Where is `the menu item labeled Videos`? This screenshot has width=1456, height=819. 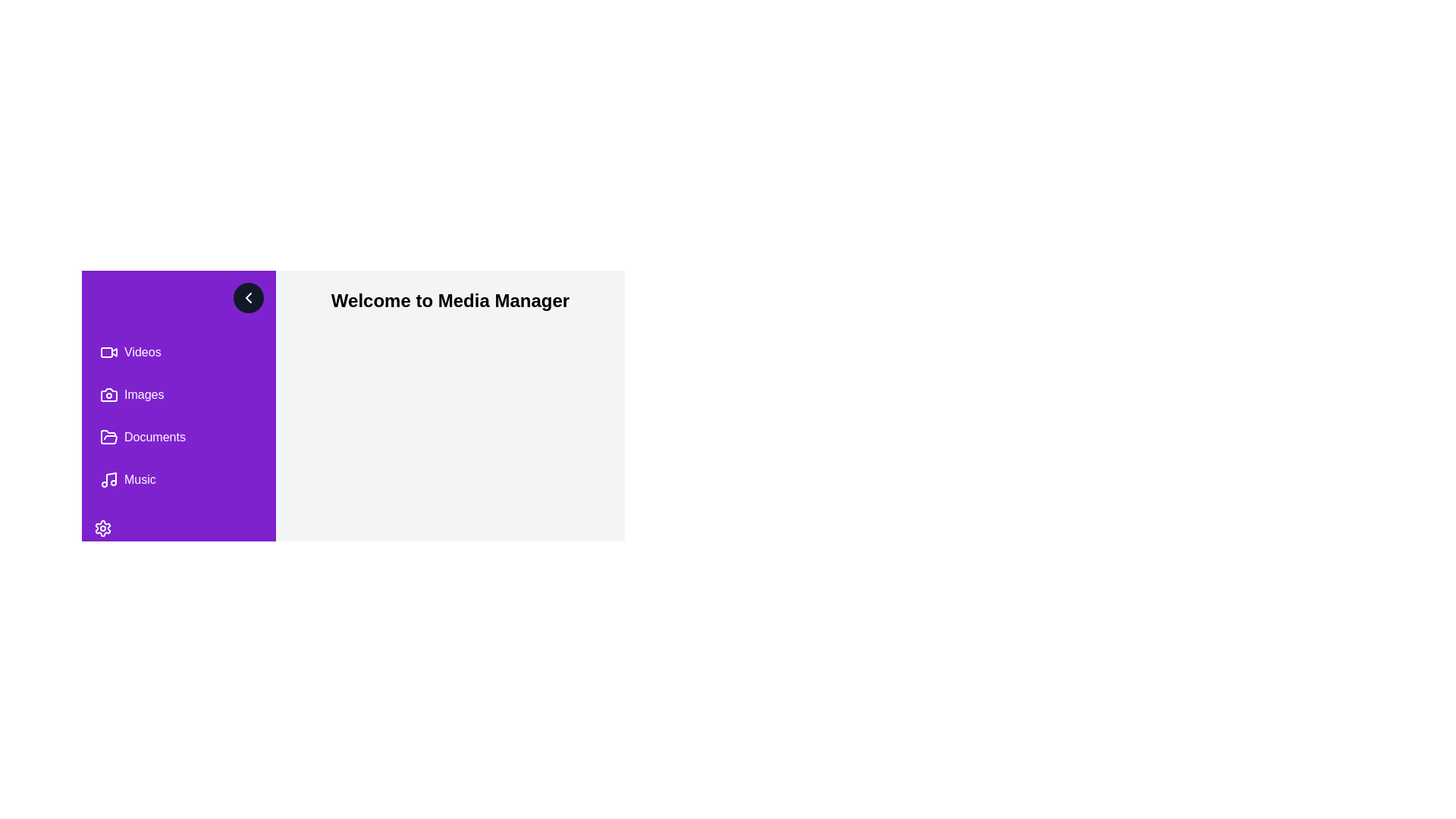 the menu item labeled Videos is located at coordinates (178, 353).